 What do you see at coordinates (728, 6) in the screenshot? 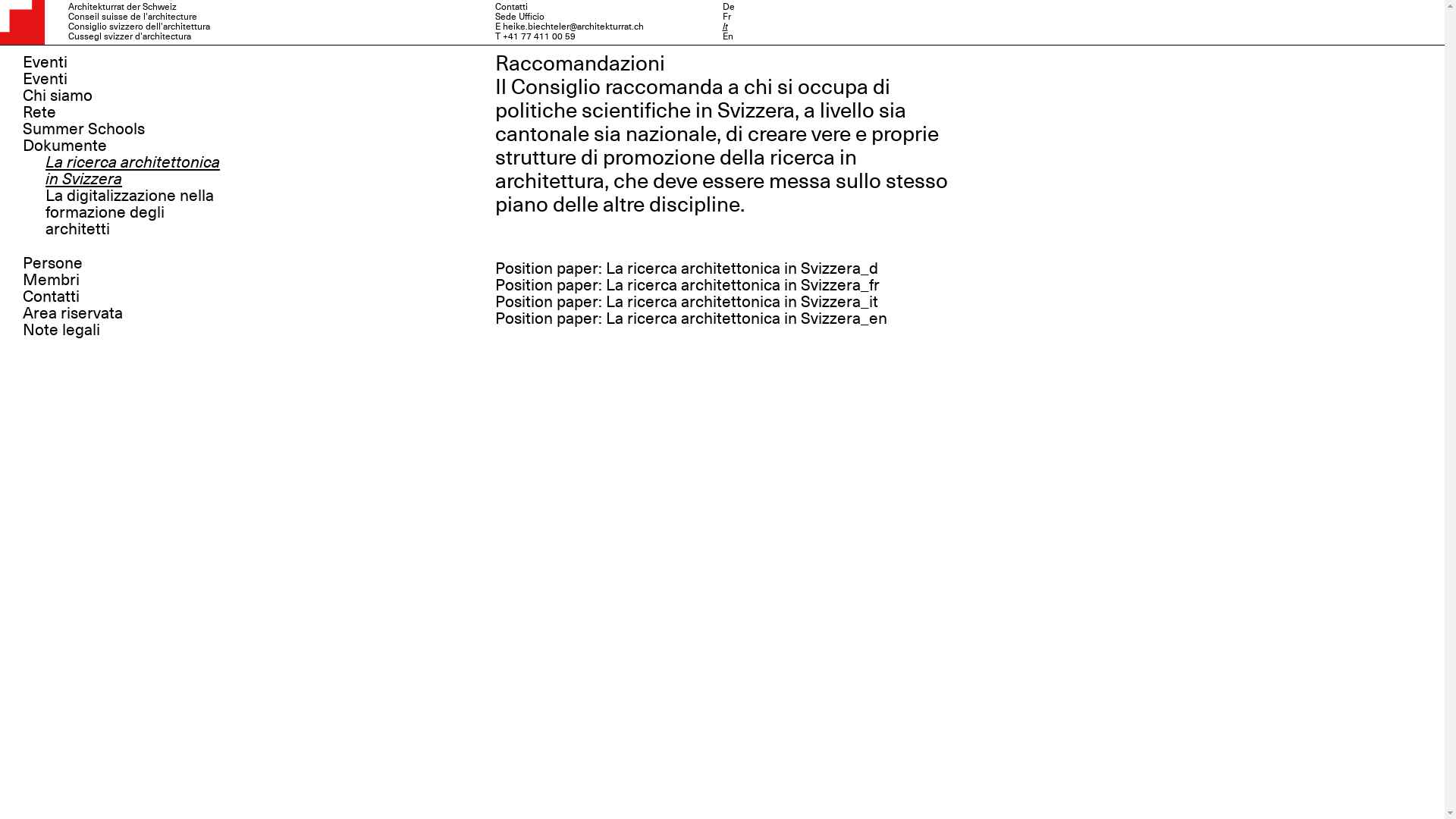
I see `'De'` at bounding box center [728, 6].